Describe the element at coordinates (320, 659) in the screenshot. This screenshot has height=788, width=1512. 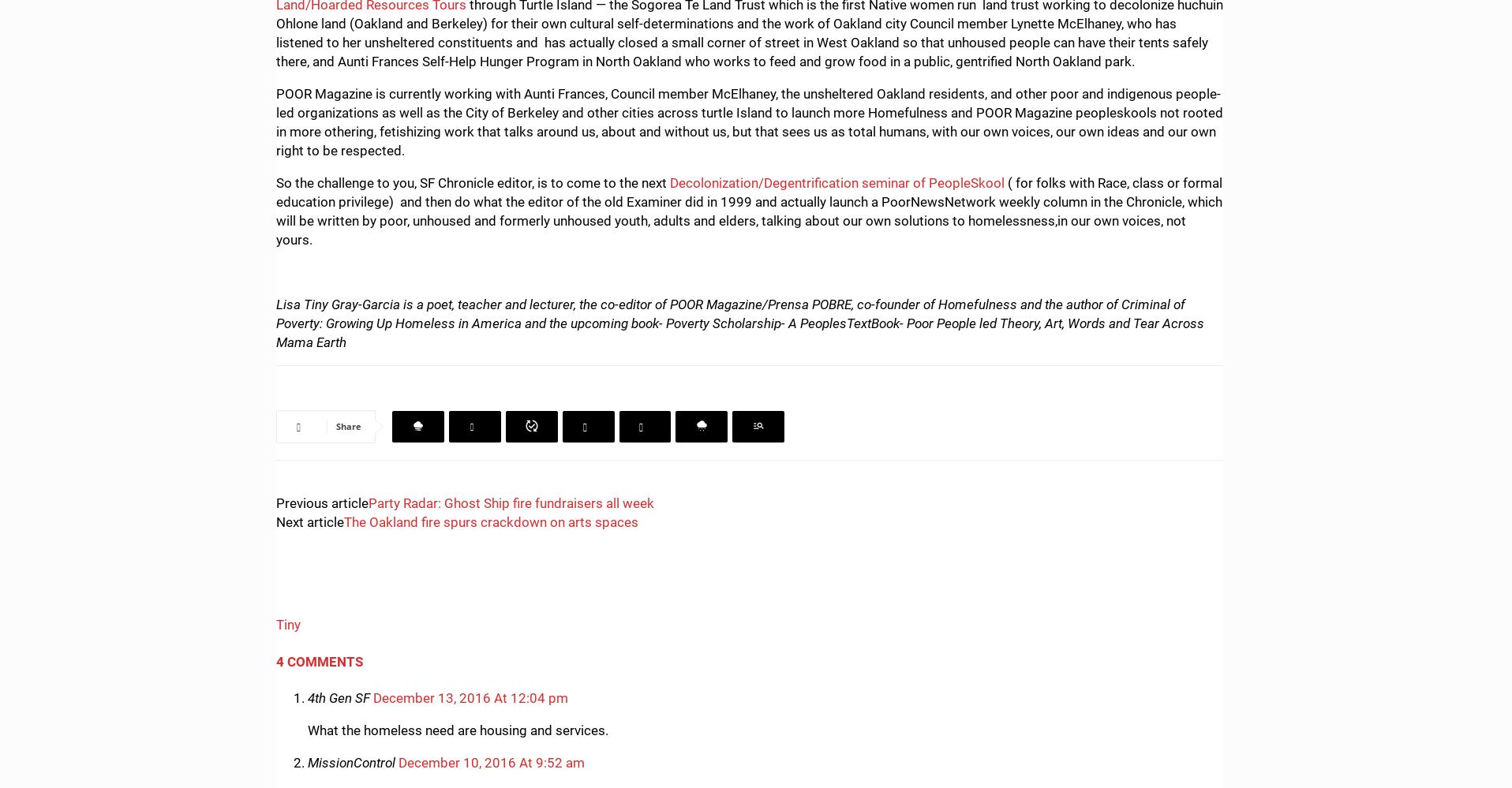
I see `'4 COMMENTS'` at that location.